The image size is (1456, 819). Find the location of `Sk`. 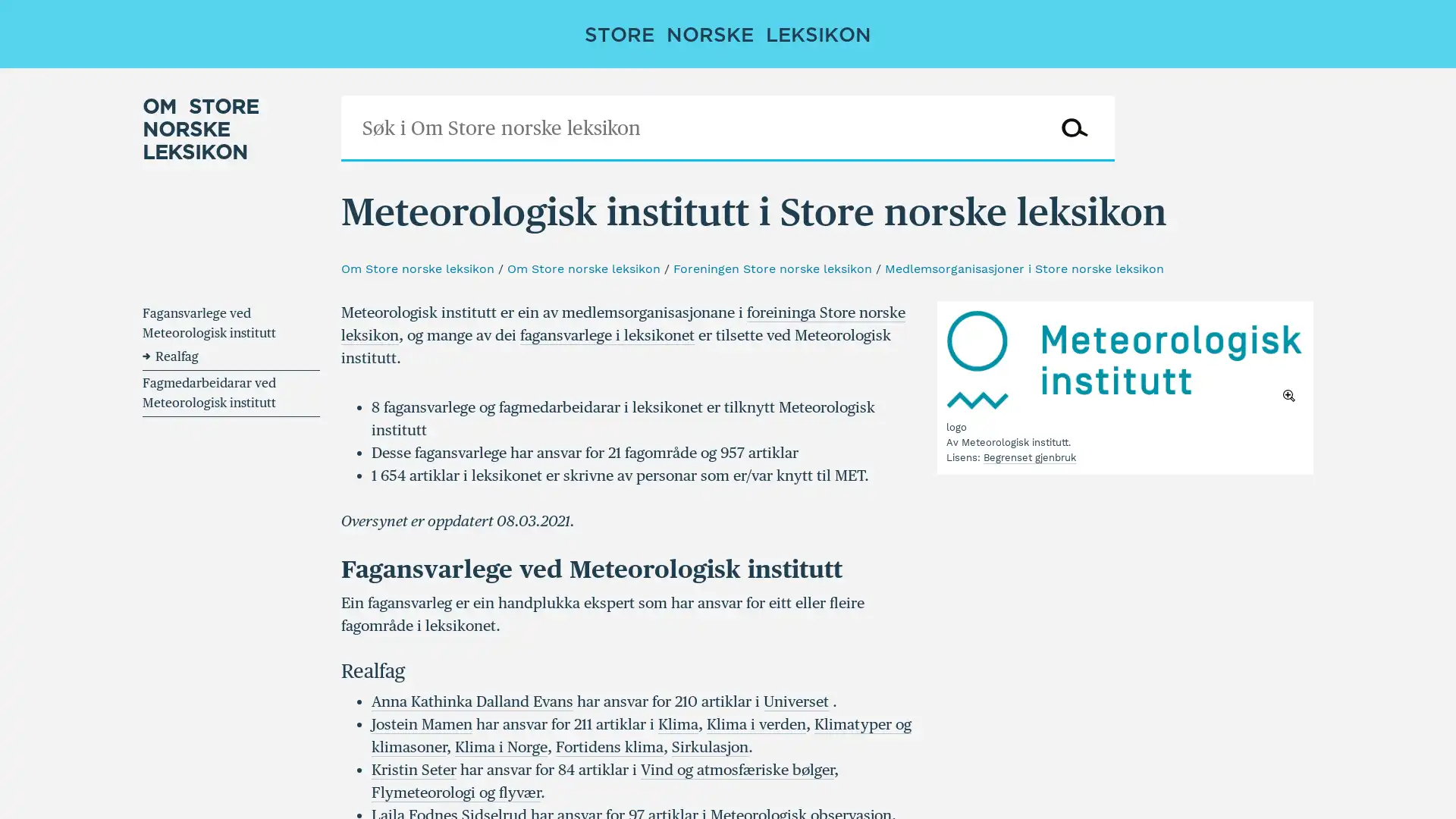

Sk is located at coordinates (1073, 127).